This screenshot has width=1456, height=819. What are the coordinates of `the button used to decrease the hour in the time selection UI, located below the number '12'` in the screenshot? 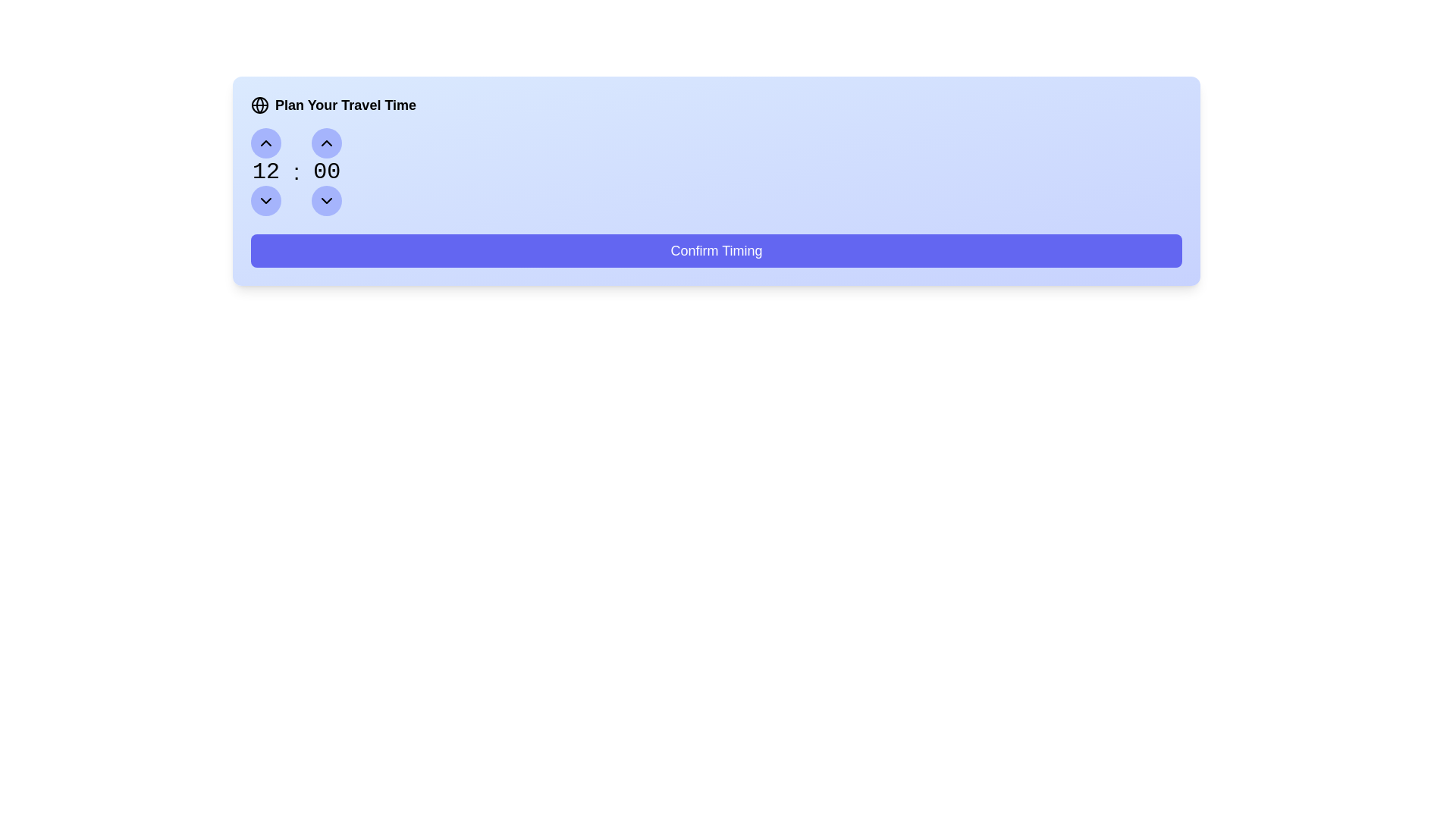 It's located at (265, 200).